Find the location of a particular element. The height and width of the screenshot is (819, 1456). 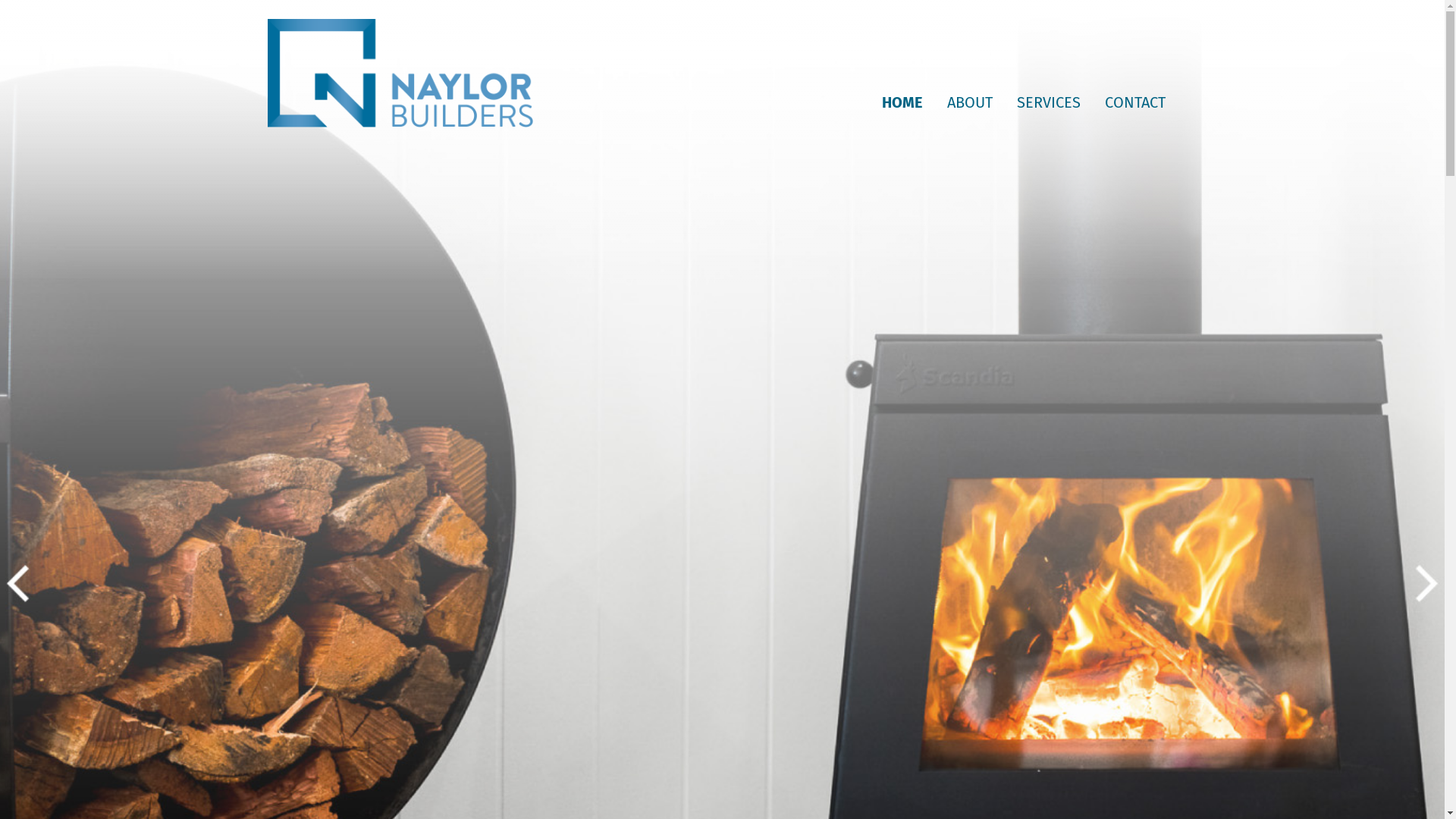

'CONTACT' is located at coordinates (1092, 102).